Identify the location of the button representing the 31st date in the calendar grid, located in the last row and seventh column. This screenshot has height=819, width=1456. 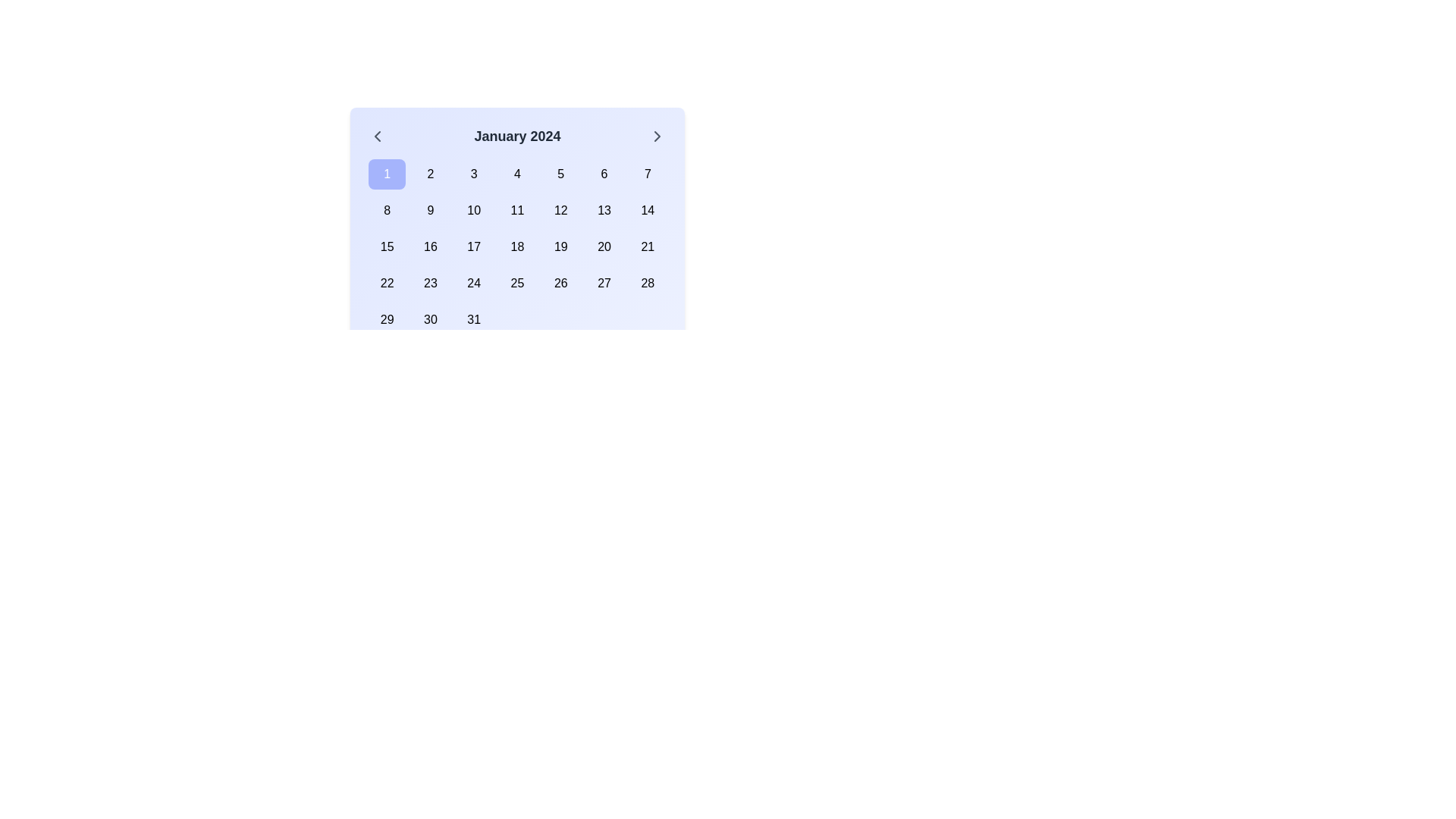
(472, 318).